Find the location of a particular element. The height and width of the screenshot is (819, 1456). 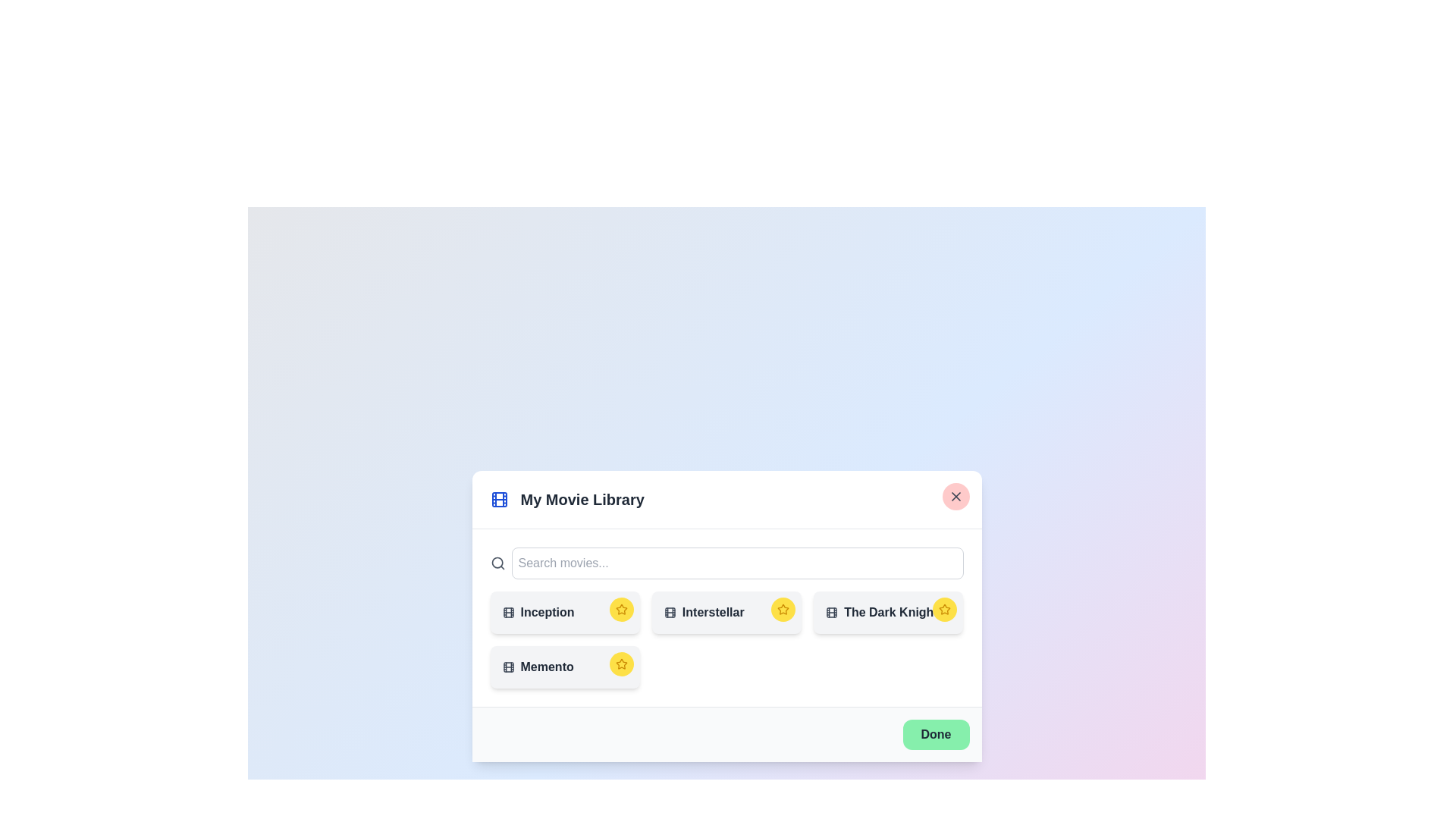

the 'Memento' text label with accompanying icon, which is the last item in a list of movie options in a modal window is located at coordinates (564, 666).